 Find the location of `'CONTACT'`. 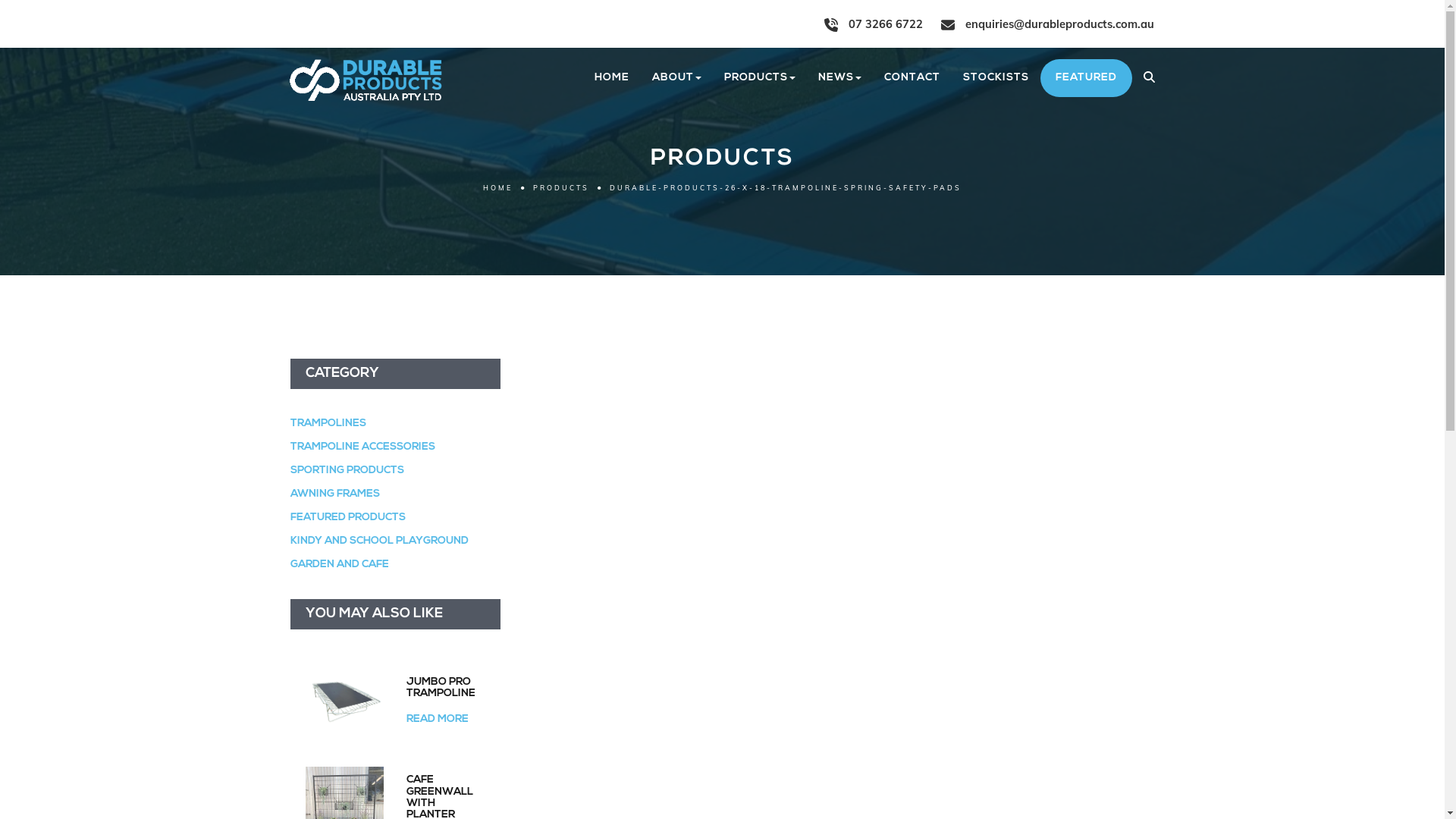

'CONTACT' is located at coordinates (910, 78).